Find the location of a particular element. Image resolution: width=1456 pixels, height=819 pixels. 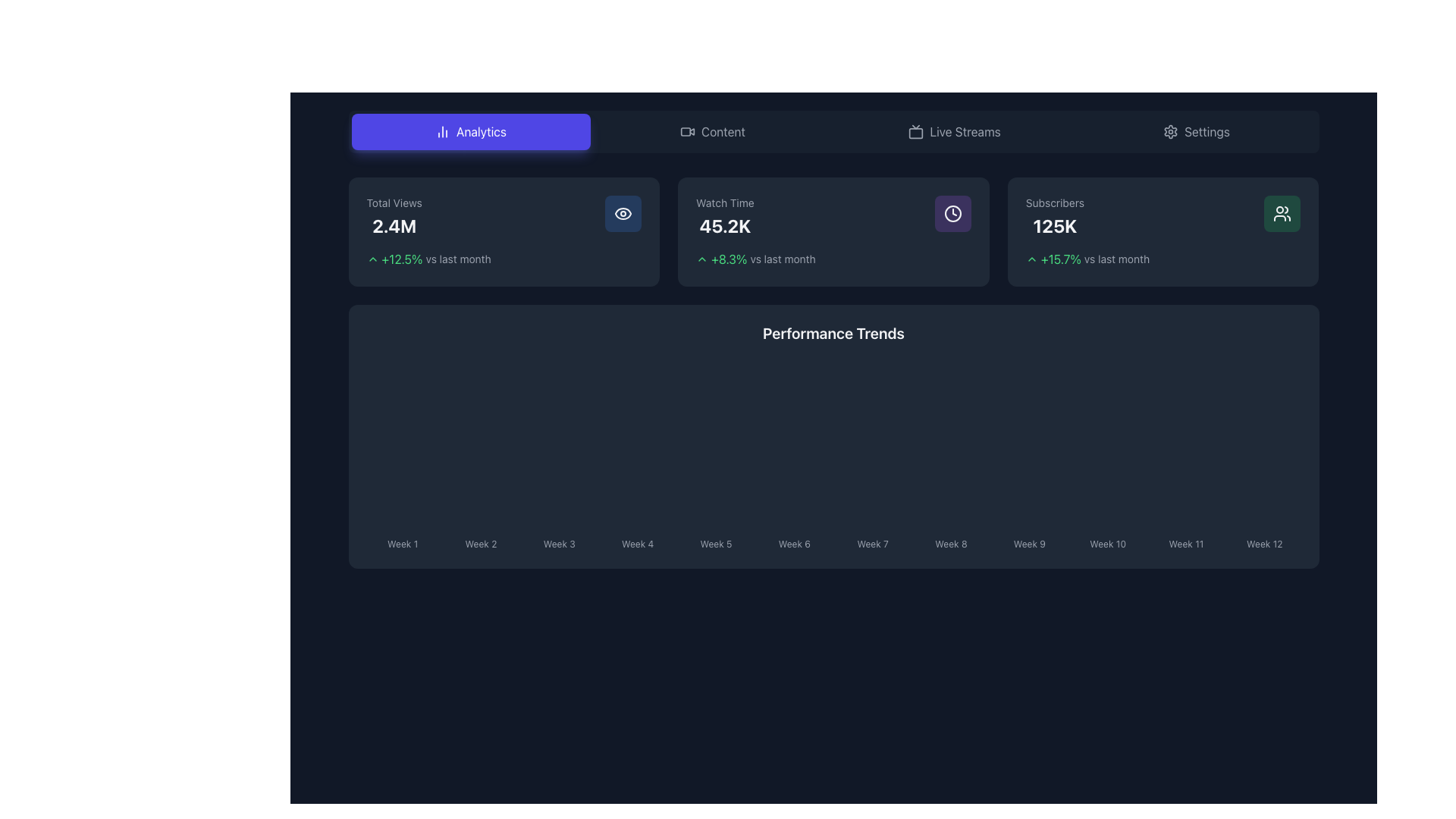

the gear-shaped settings icon located in the toolbar's far-right section is located at coordinates (1170, 130).